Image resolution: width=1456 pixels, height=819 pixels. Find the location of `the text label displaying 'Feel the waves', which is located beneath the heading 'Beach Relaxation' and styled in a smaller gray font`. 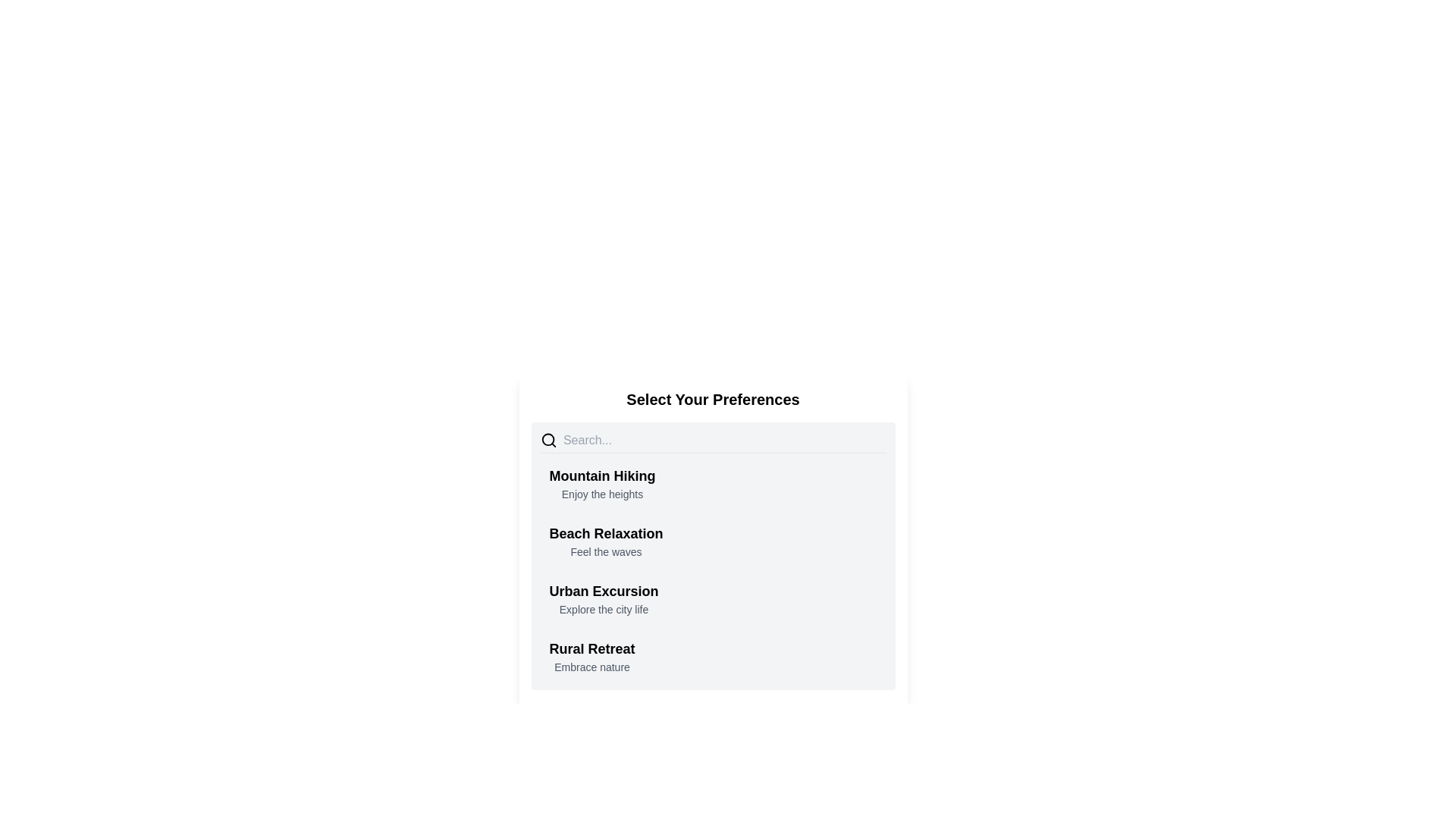

the text label displaying 'Feel the waves', which is located beneath the heading 'Beach Relaxation' and styled in a smaller gray font is located at coordinates (605, 552).